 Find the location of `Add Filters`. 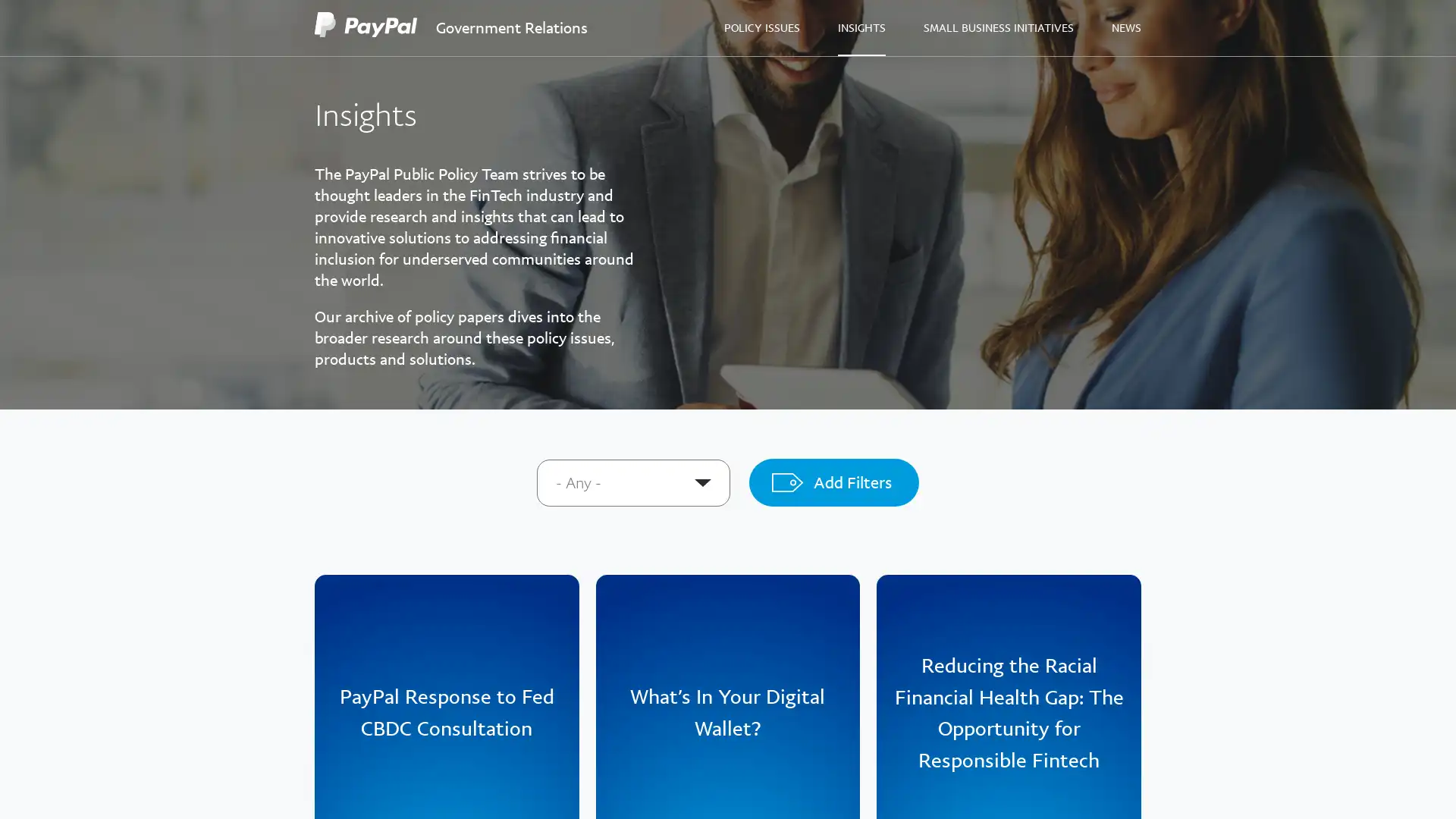

Add Filters is located at coordinates (833, 482).